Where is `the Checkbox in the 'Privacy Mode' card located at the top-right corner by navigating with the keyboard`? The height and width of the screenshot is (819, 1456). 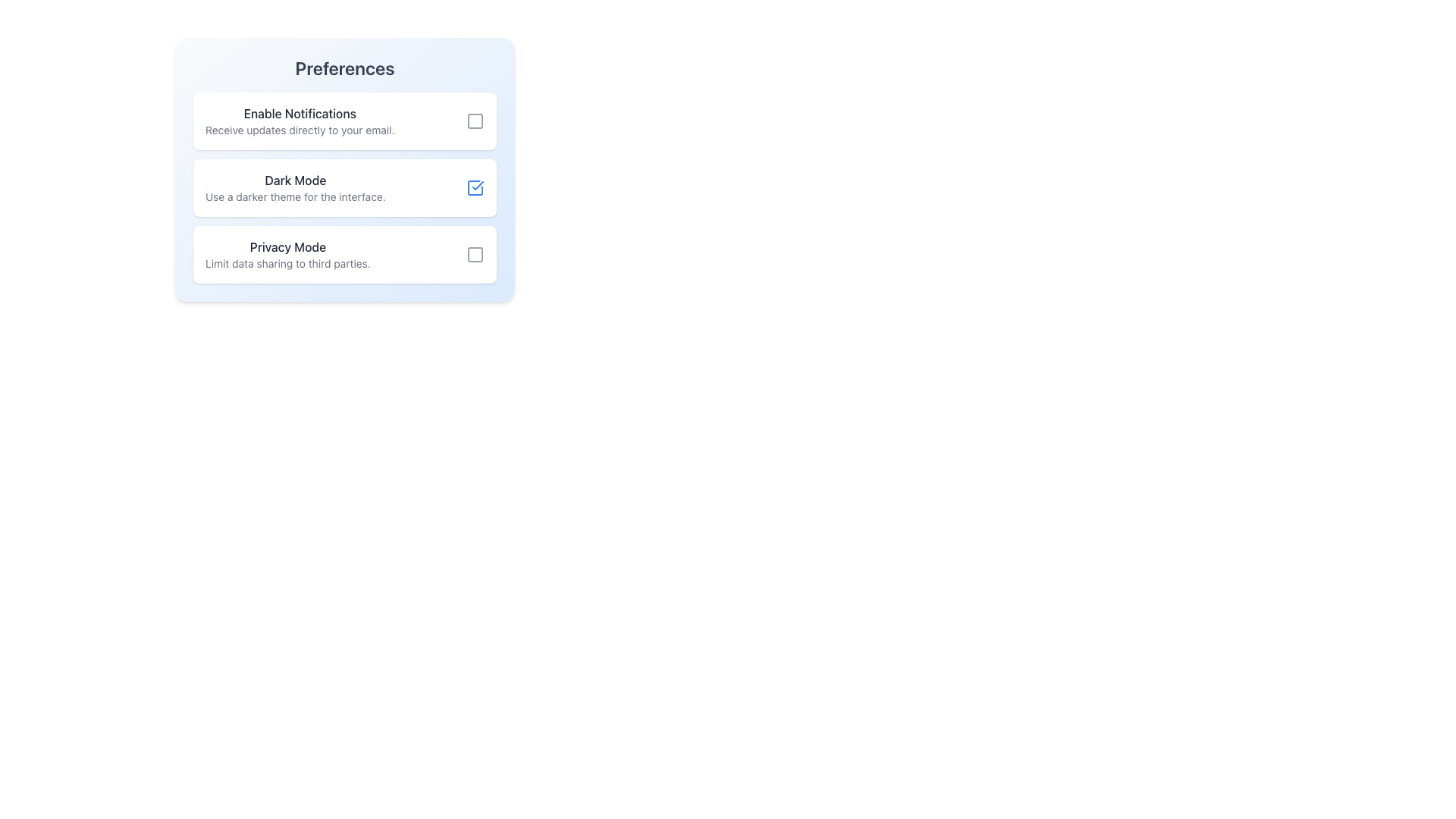
the Checkbox in the 'Privacy Mode' card located at the top-right corner by navigating with the keyboard is located at coordinates (475, 253).